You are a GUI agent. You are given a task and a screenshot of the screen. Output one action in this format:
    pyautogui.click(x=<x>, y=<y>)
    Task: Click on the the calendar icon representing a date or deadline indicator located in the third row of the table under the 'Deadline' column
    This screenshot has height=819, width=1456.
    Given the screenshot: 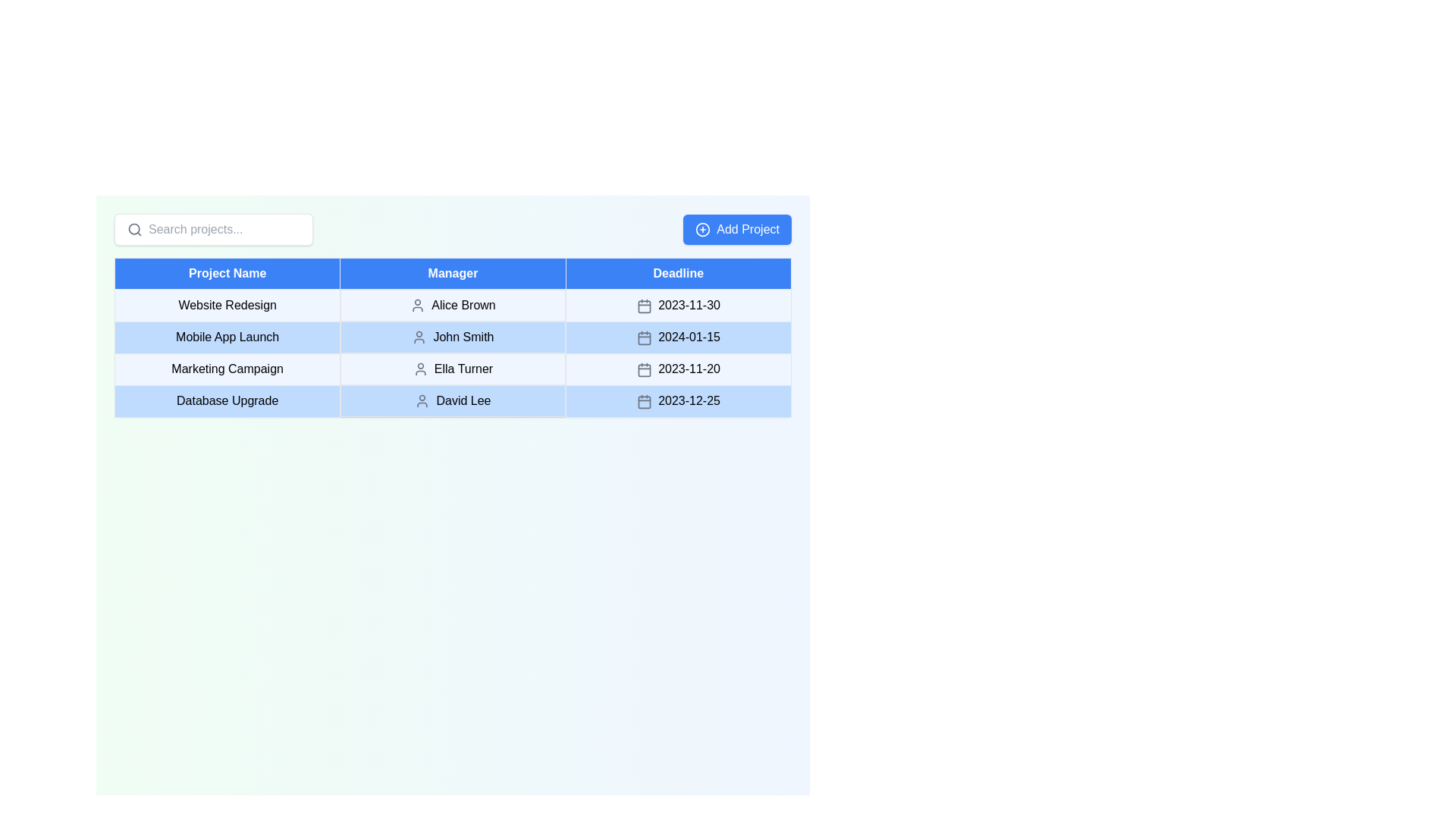 What is the action you would take?
    pyautogui.click(x=644, y=370)
    